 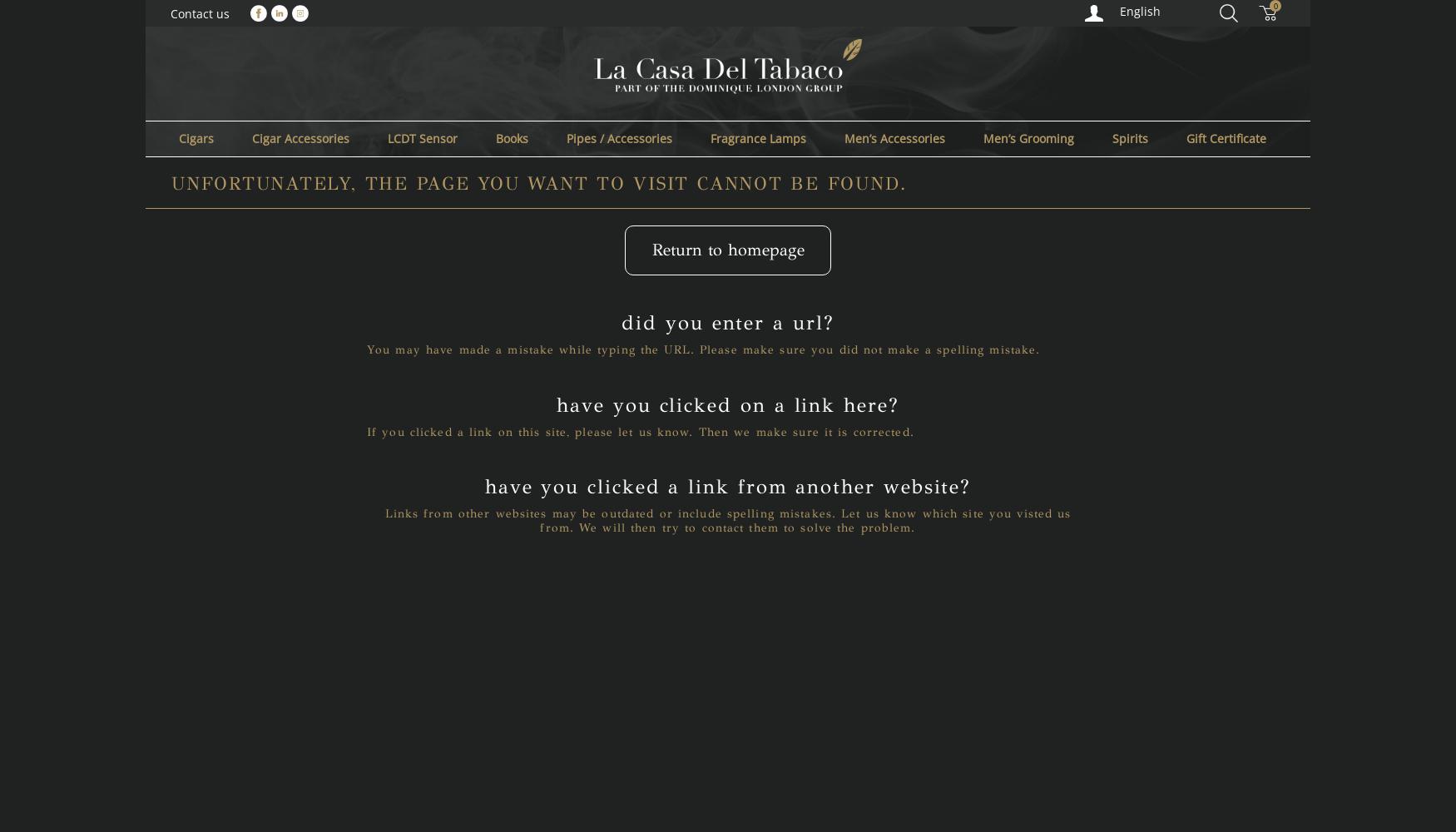 What do you see at coordinates (200, 13) in the screenshot?
I see `'Contact us'` at bounding box center [200, 13].